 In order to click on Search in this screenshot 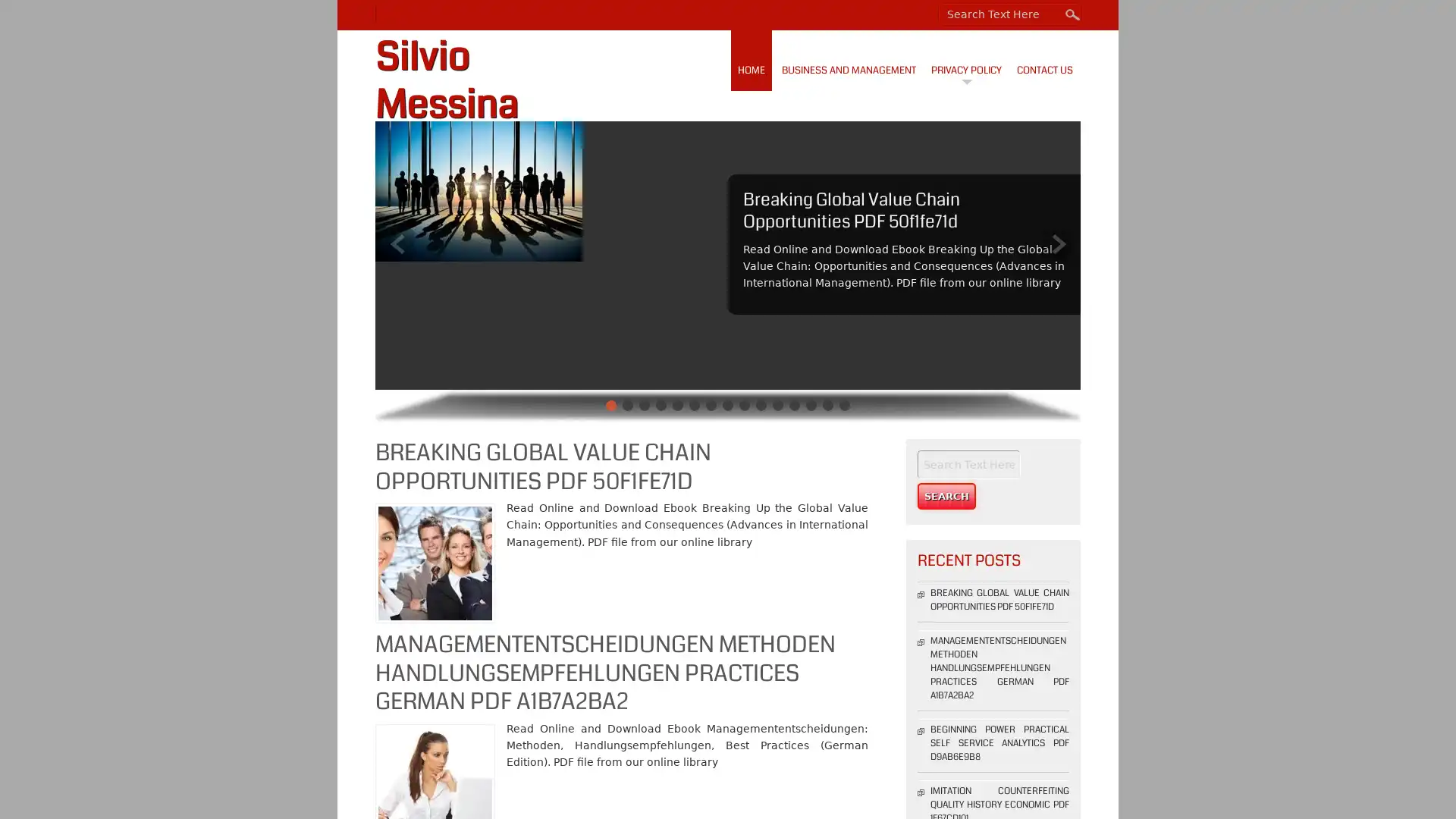, I will do `click(946, 496)`.